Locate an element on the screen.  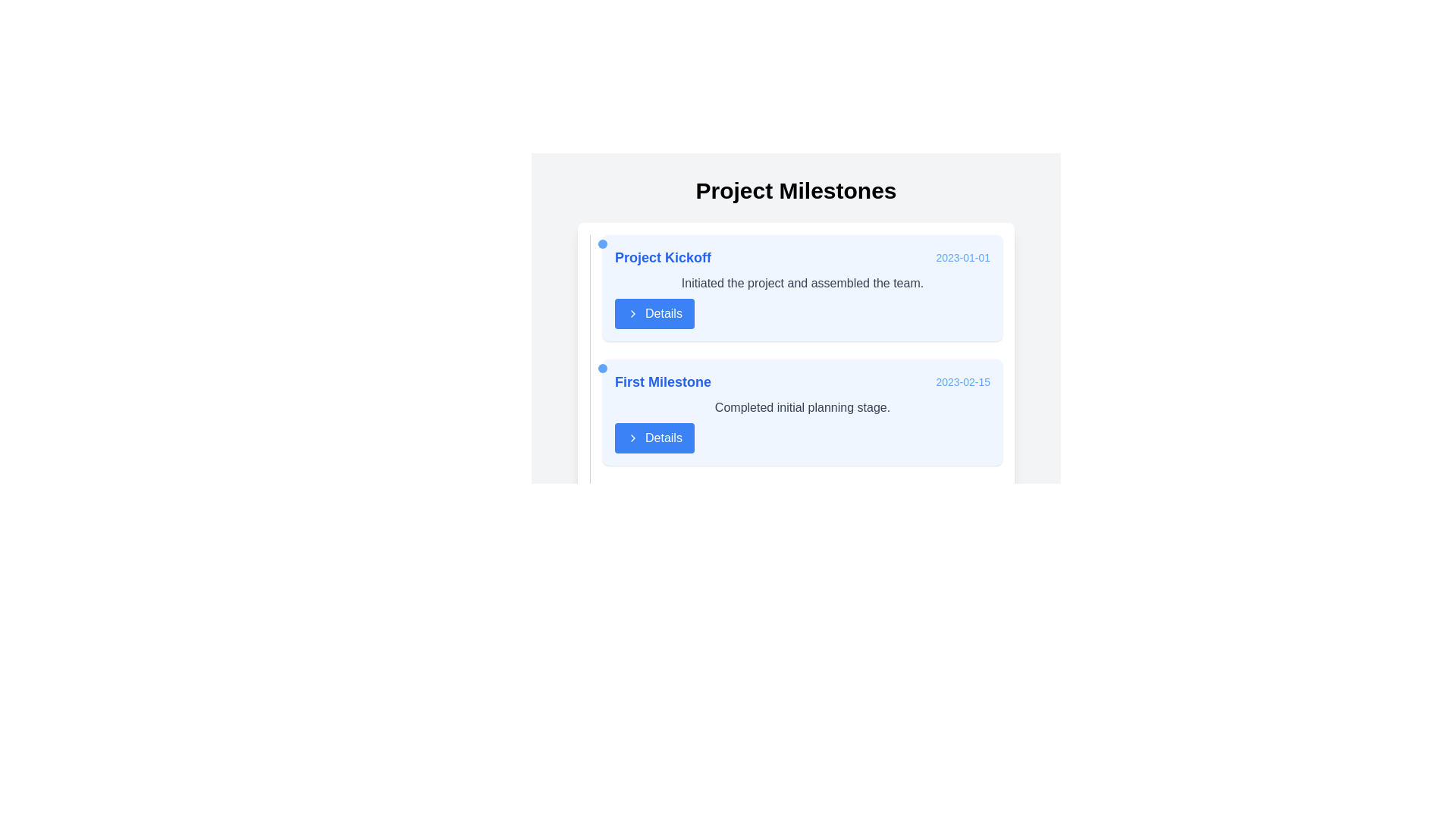
the chevron icon located within the 'Details' button, which is aligned centrally below the 'Project Kickoff' milestone is located at coordinates (633, 312).